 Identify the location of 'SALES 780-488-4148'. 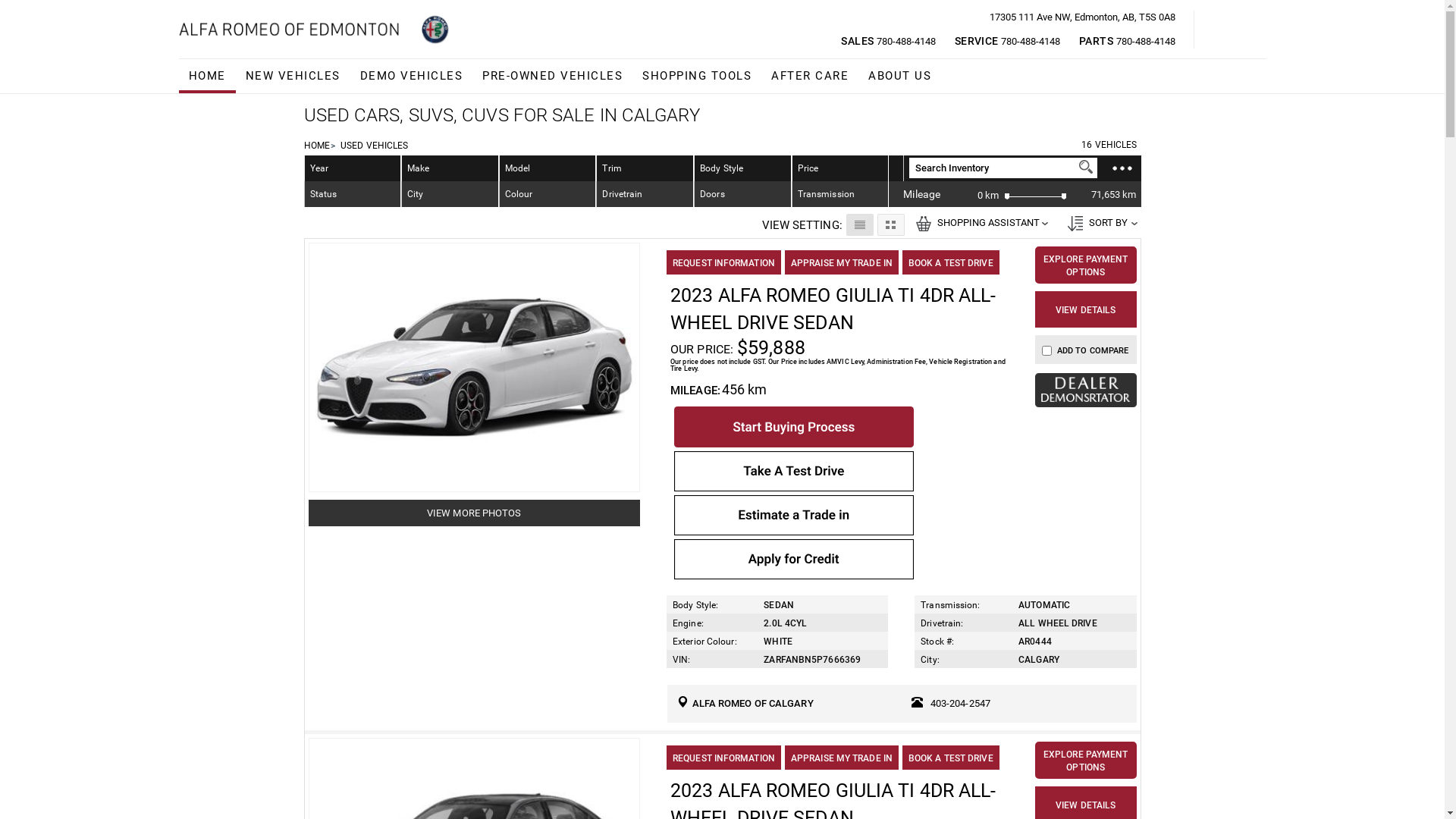
(888, 40).